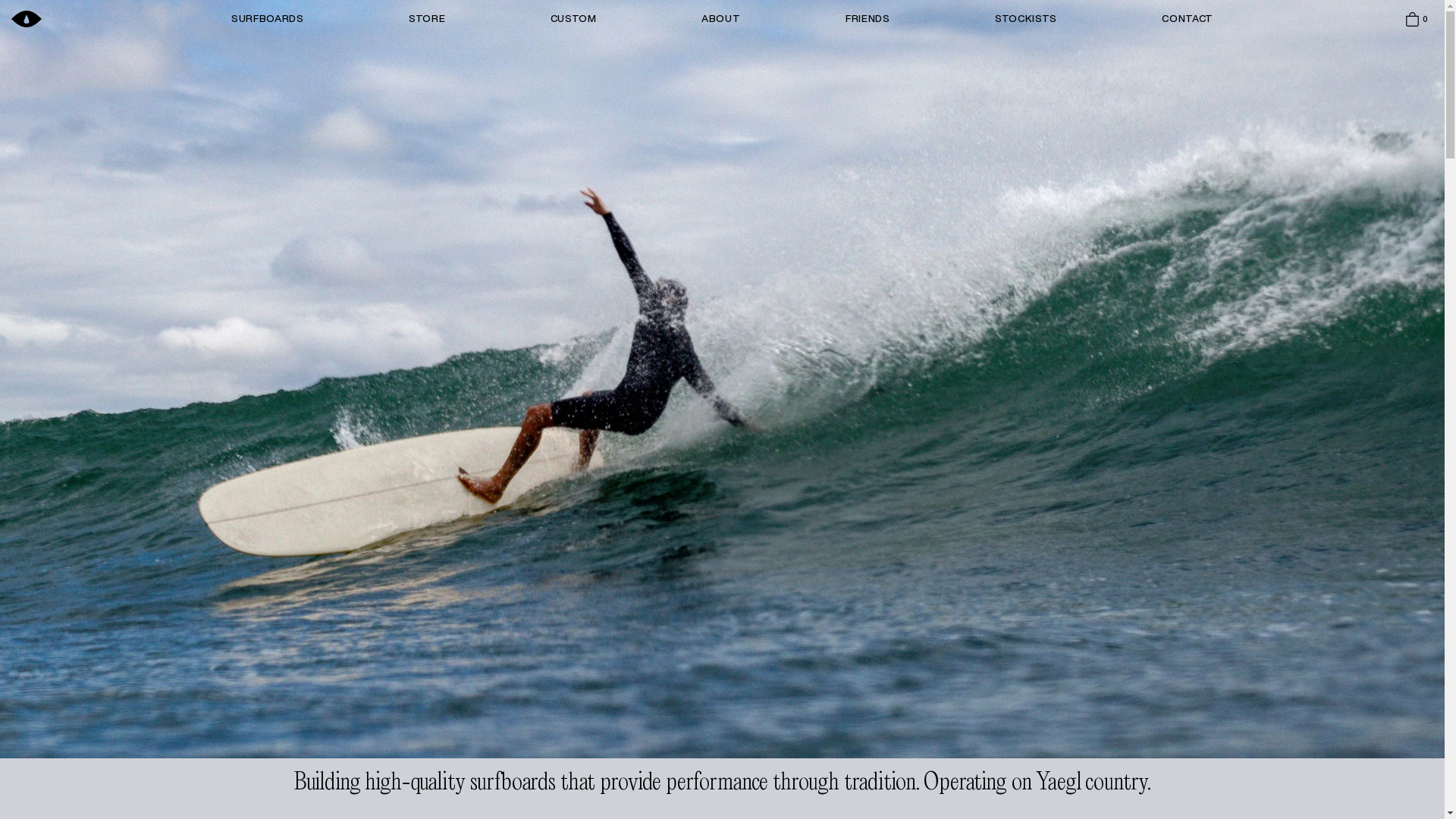  Describe the element at coordinates (1417, 18) in the screenshot. I see `'0'` at that location.